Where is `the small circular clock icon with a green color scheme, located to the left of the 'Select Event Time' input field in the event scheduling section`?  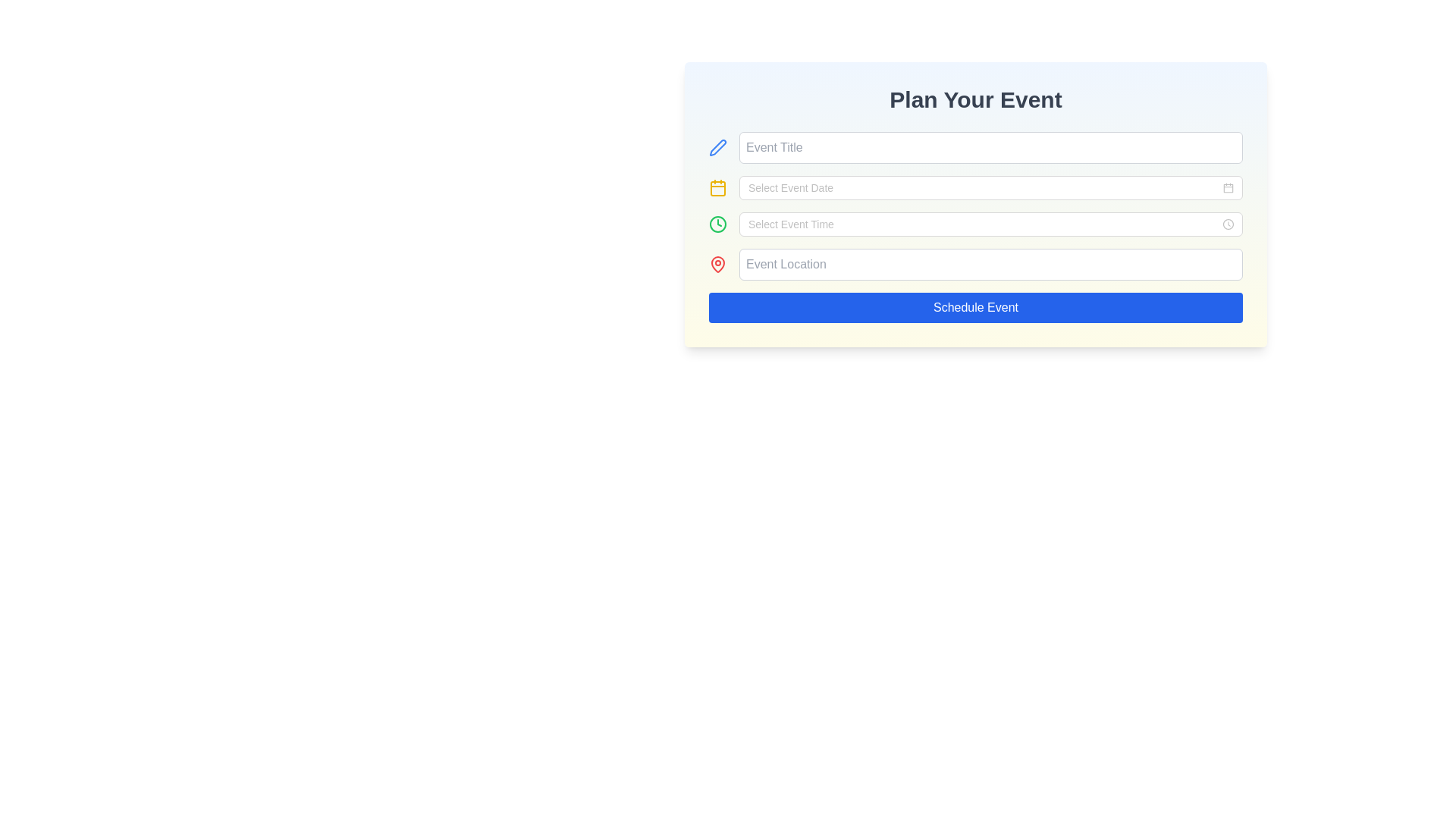
the small circular clock icon with a green color scheme, located to the left of the 'Select Event Time' input field in the event scheduling section is located at coordinates (717, 224).